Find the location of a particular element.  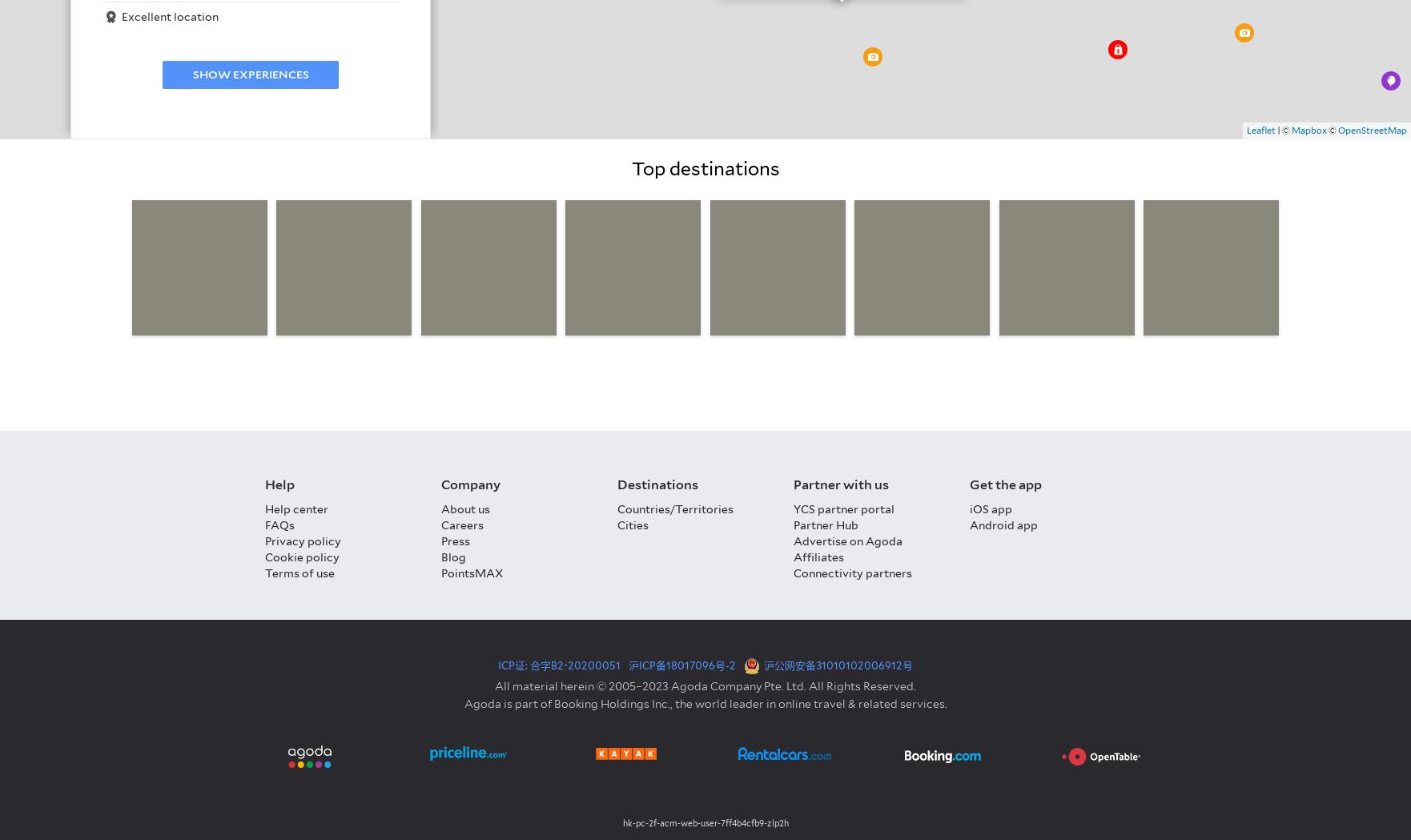

'Partner with us' is located at coordinates (793, 484).